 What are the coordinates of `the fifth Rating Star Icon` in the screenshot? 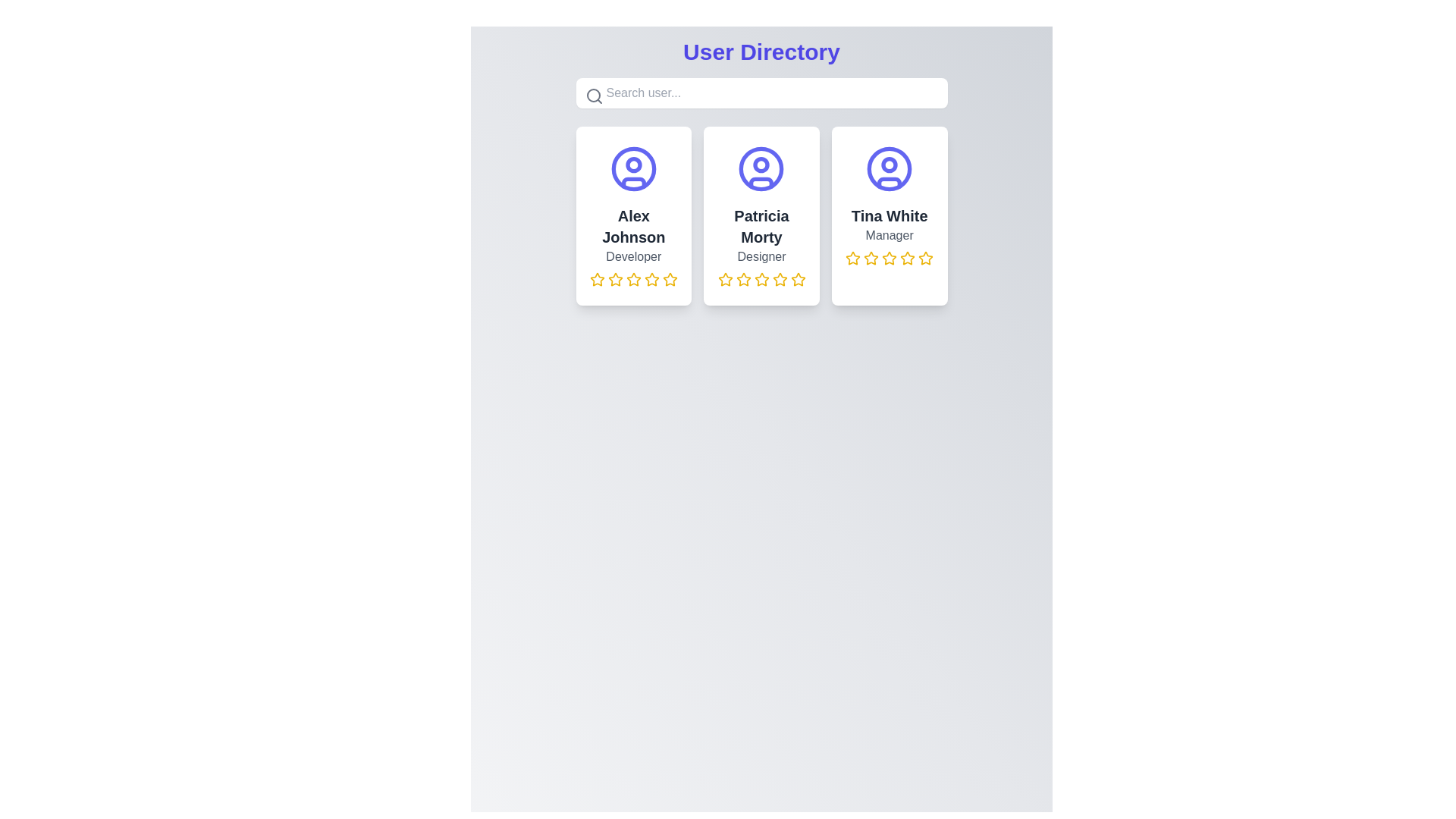 It's located at (669, 279).